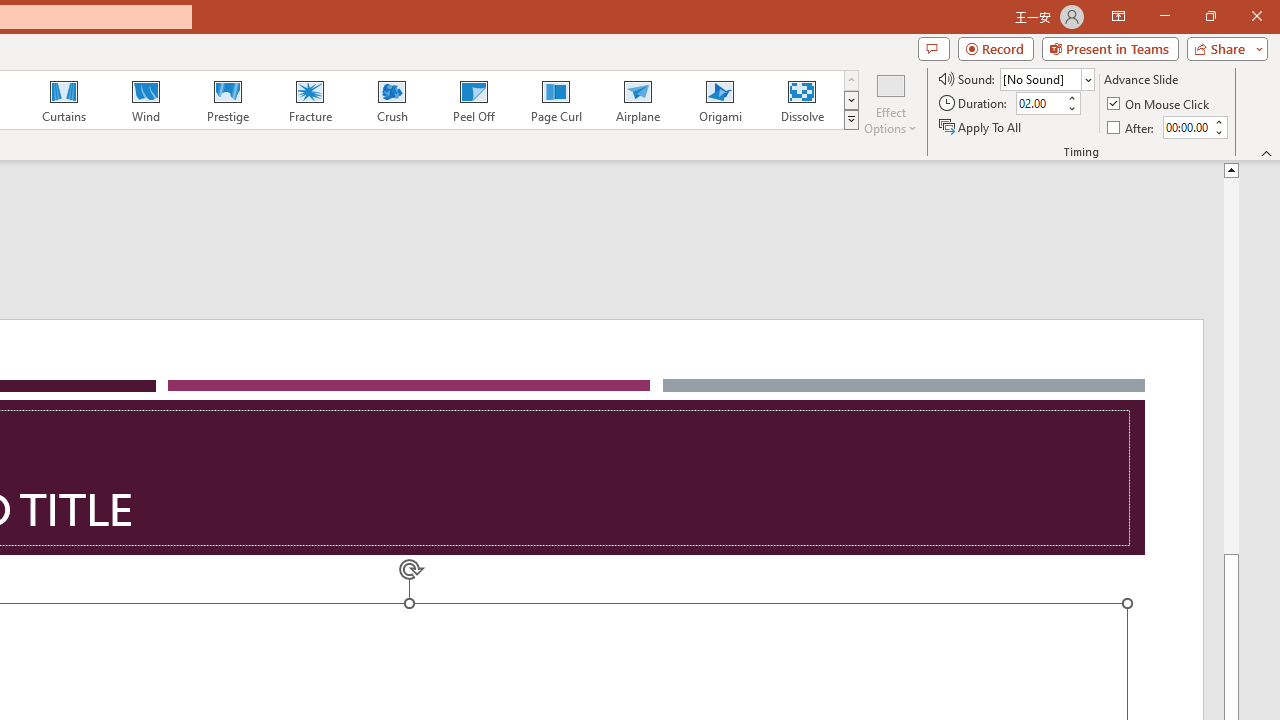 This screenshot has width=1280, height=720. What do you see at coordinates (308, 100) in the screenshot?
I see `'Fracture'` at bounding box center [308, 100].